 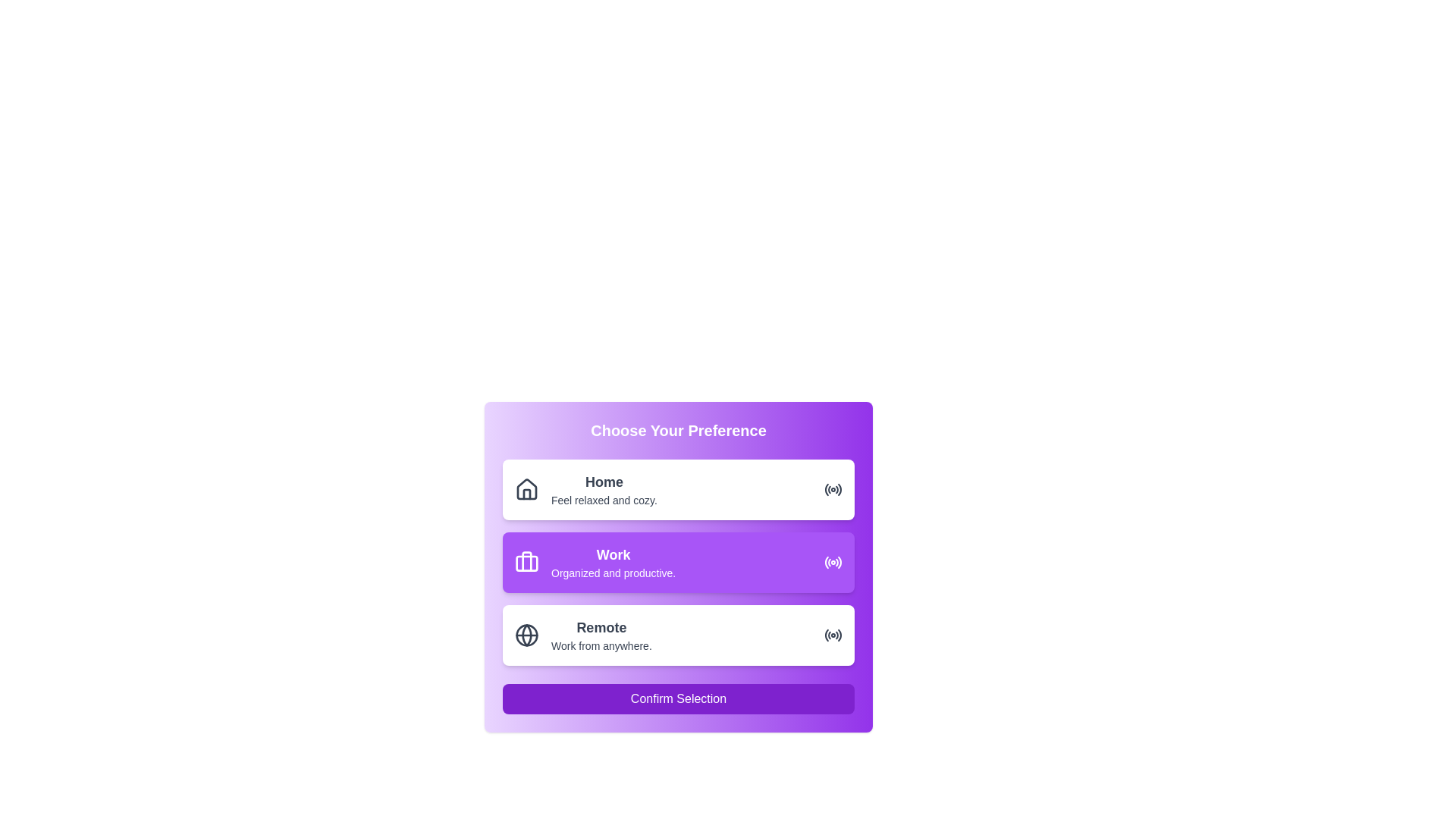 I want to click on the bold, centered text header that reads 'Choose Your Preference', which is styled in white against a gradient background, so click(x=677, y=430).